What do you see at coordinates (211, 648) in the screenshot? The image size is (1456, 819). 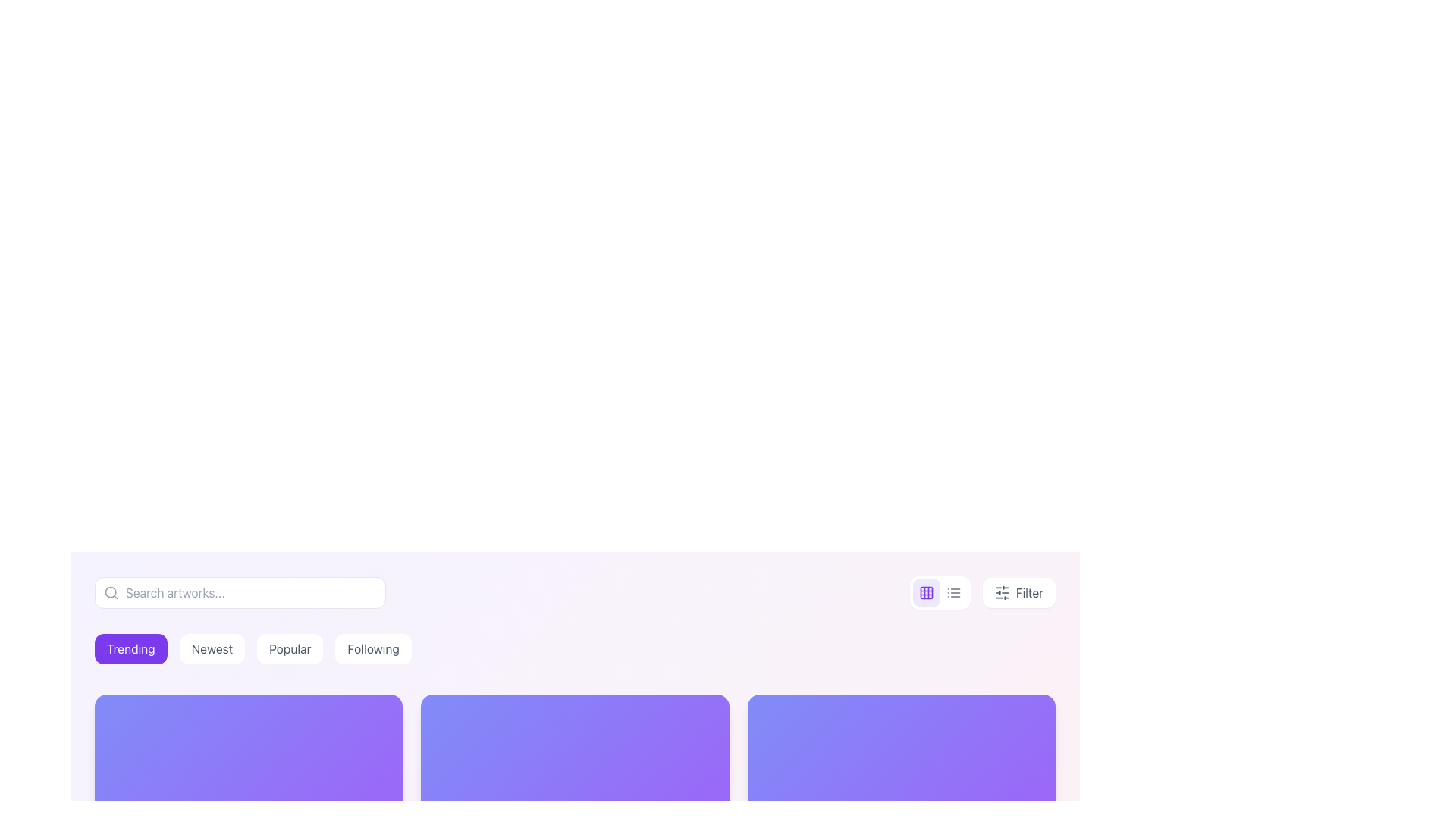 I see `the 'Newest' button with a white background and grey text` at bounding box center [211, 648].